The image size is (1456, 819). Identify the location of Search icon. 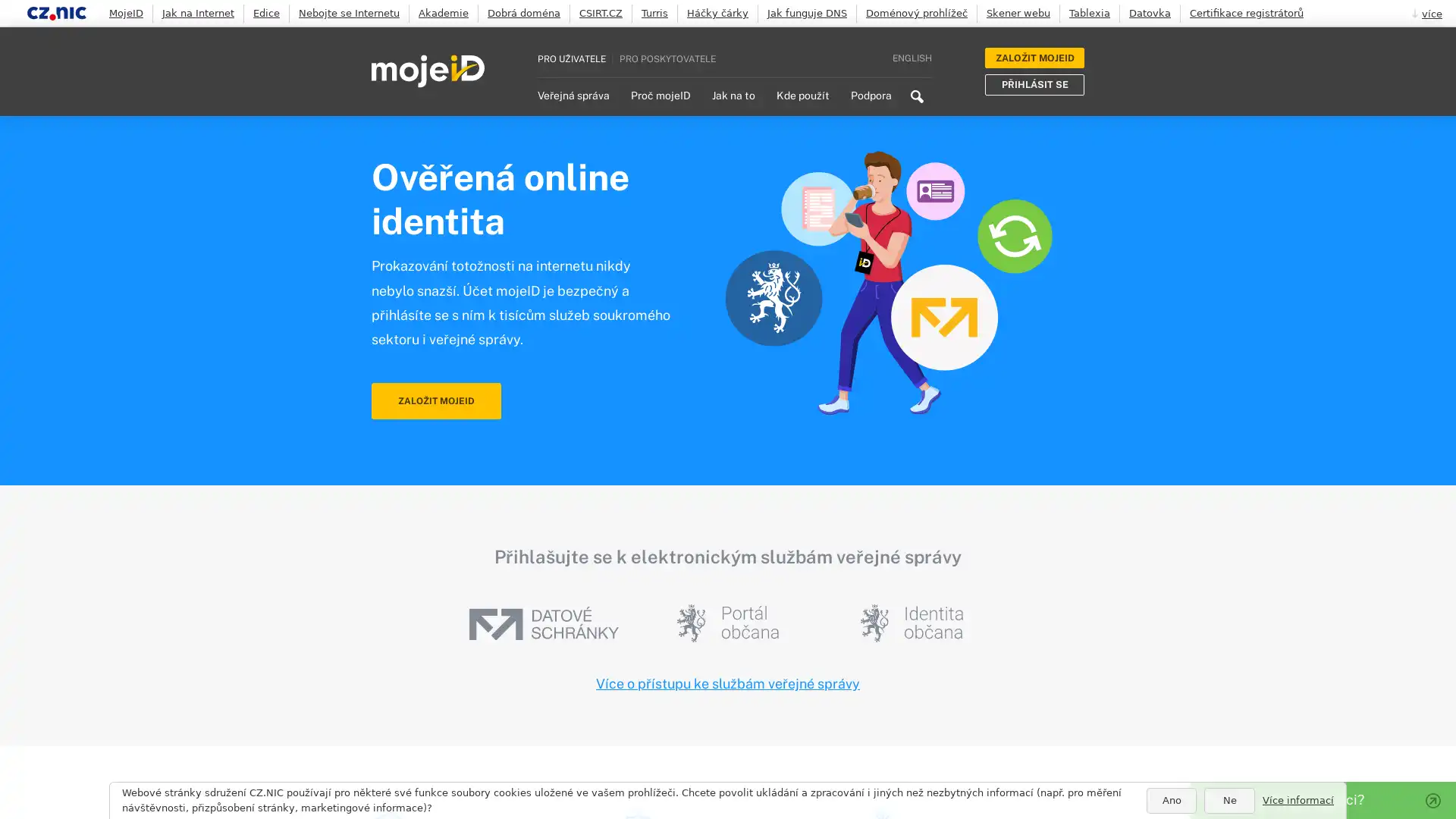
(1016, 62).